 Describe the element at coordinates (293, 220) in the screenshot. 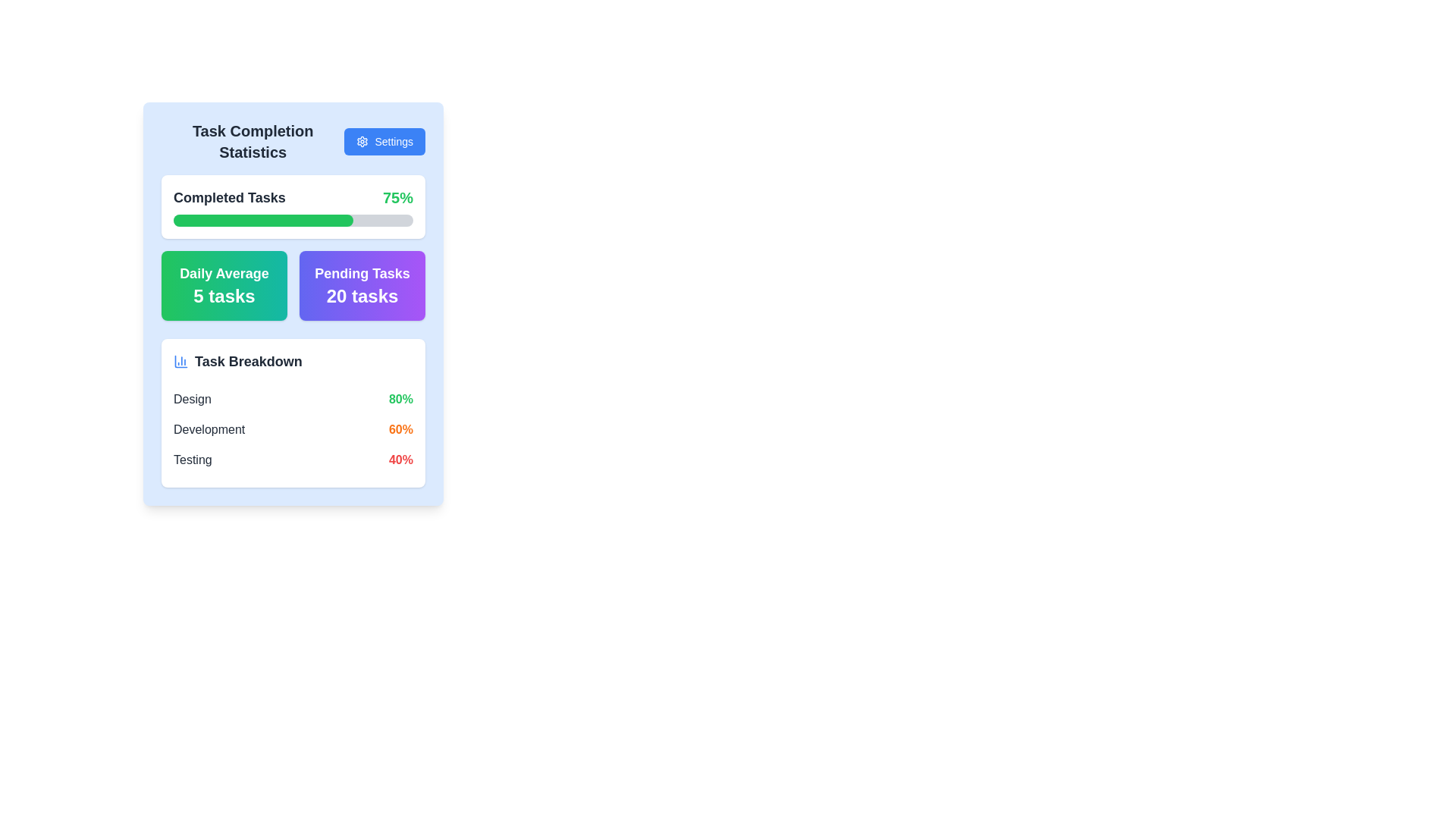

I see `the horizontal progress bar with a gray background and green filling, located within the 'Completed Tasks' card, directly below the text 'Completed Tasks' and '75%'` at that location.